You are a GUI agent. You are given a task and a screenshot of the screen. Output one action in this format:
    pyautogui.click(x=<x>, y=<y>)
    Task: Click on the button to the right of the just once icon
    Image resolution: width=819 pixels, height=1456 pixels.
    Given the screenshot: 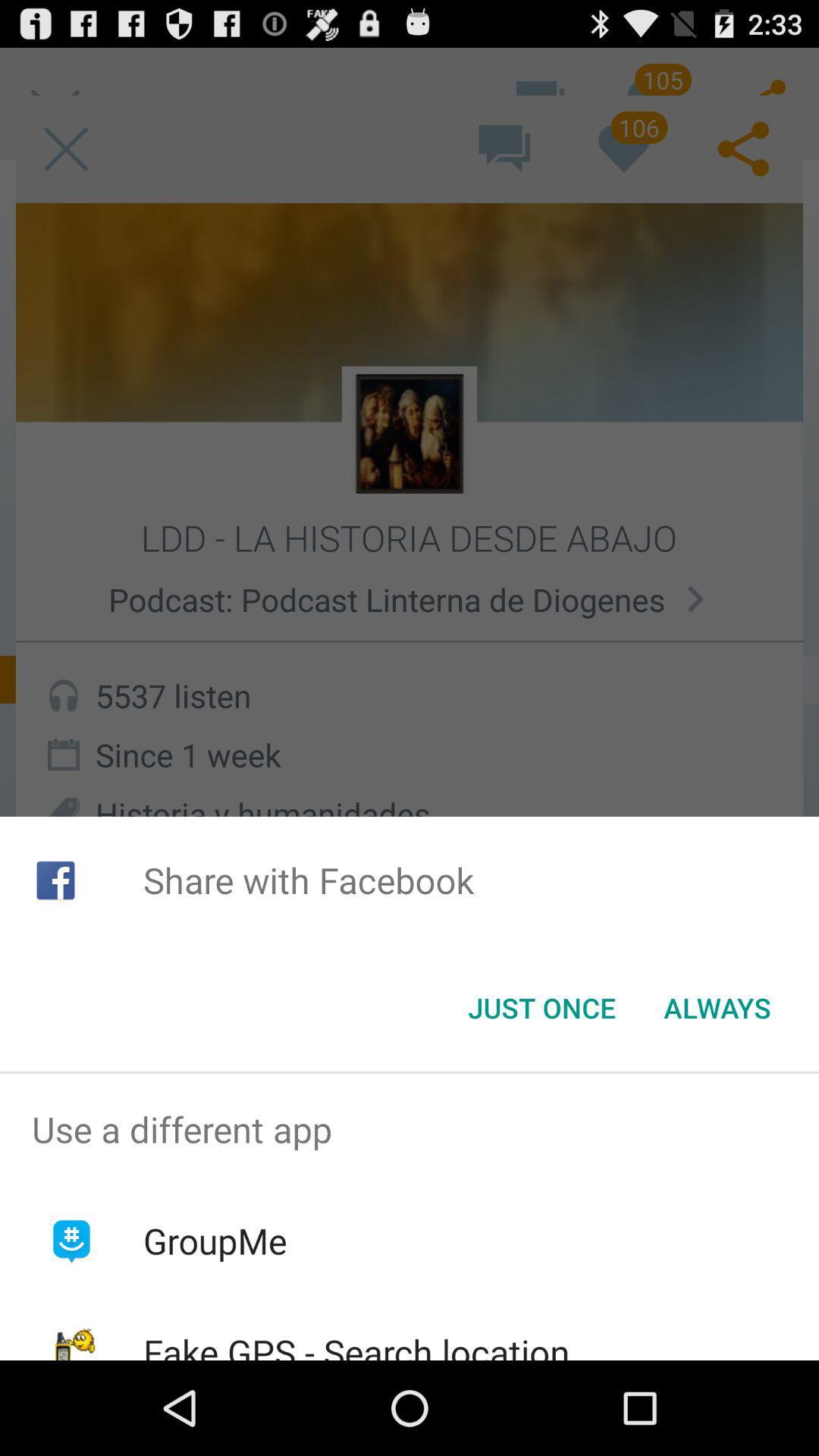 What is the action you would take?
    pyautogui.click(x=717, y=1008)
    